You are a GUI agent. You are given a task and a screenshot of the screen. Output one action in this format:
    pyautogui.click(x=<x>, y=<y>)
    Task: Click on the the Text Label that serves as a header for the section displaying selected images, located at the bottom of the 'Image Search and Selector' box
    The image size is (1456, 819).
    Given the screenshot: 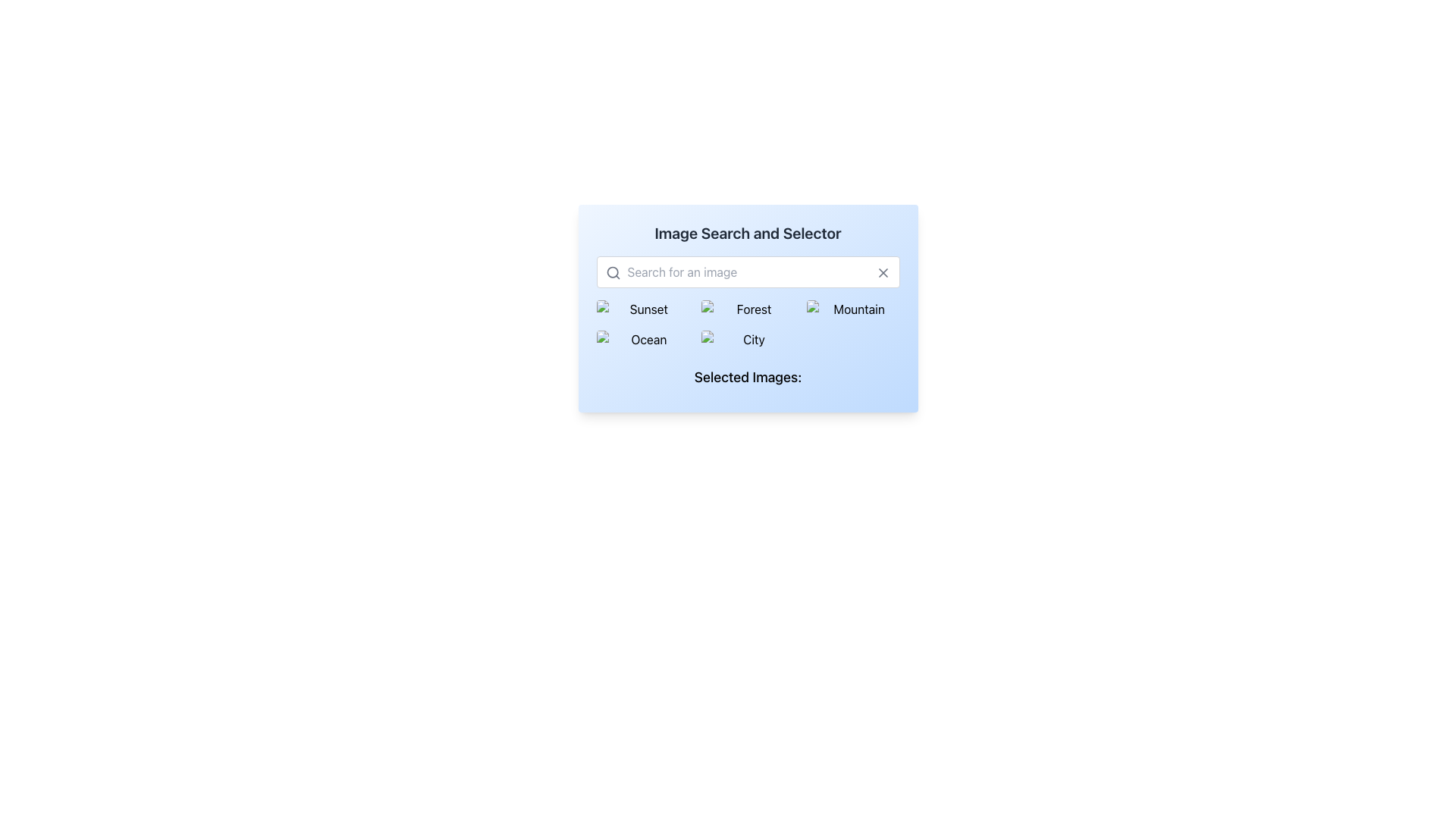 What is the action you would take?
    pyautogui.click(x=748, y=376)
    